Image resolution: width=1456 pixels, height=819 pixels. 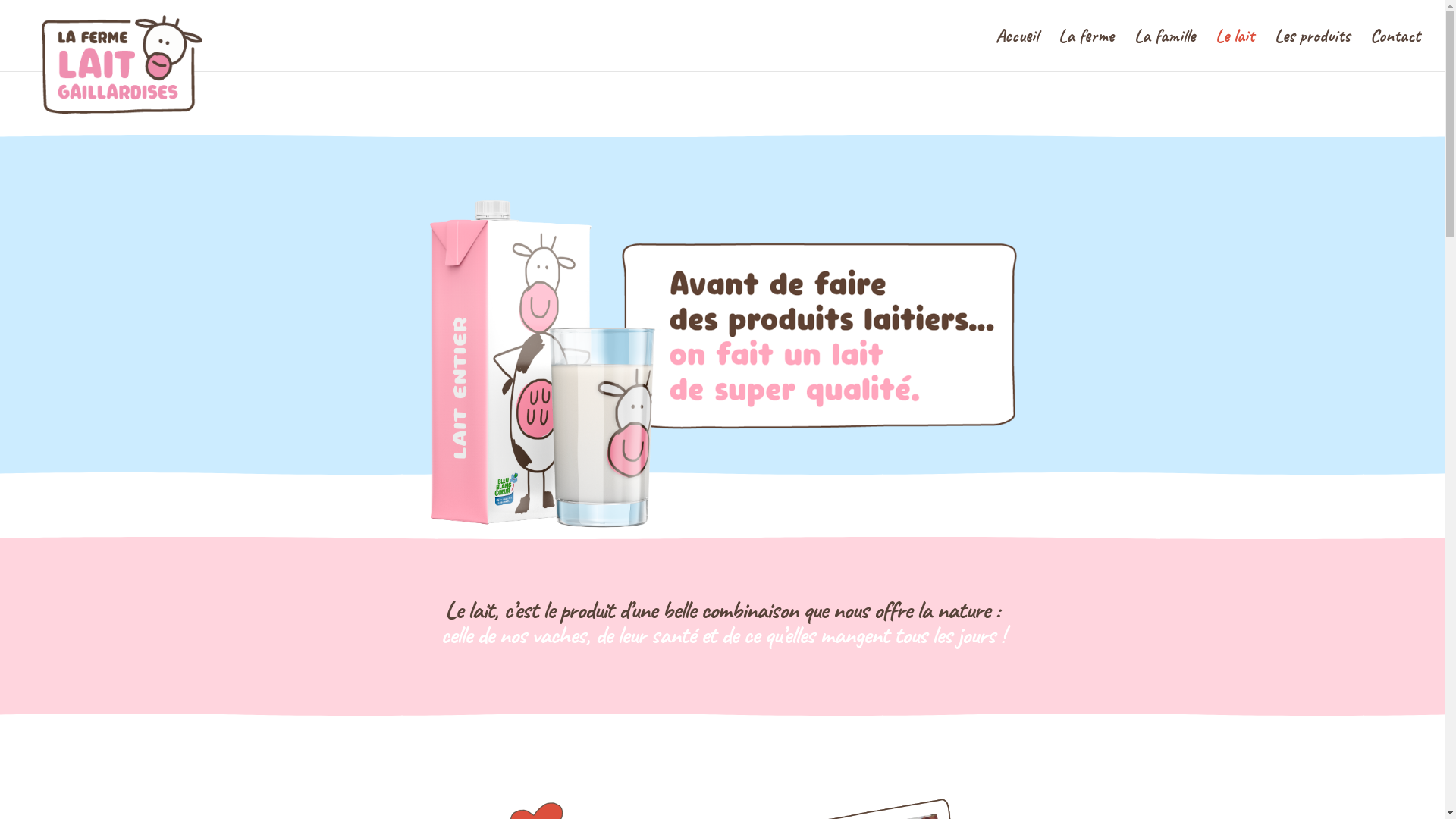 I want to click on 'Accueil', so click(x=1016, y=49).